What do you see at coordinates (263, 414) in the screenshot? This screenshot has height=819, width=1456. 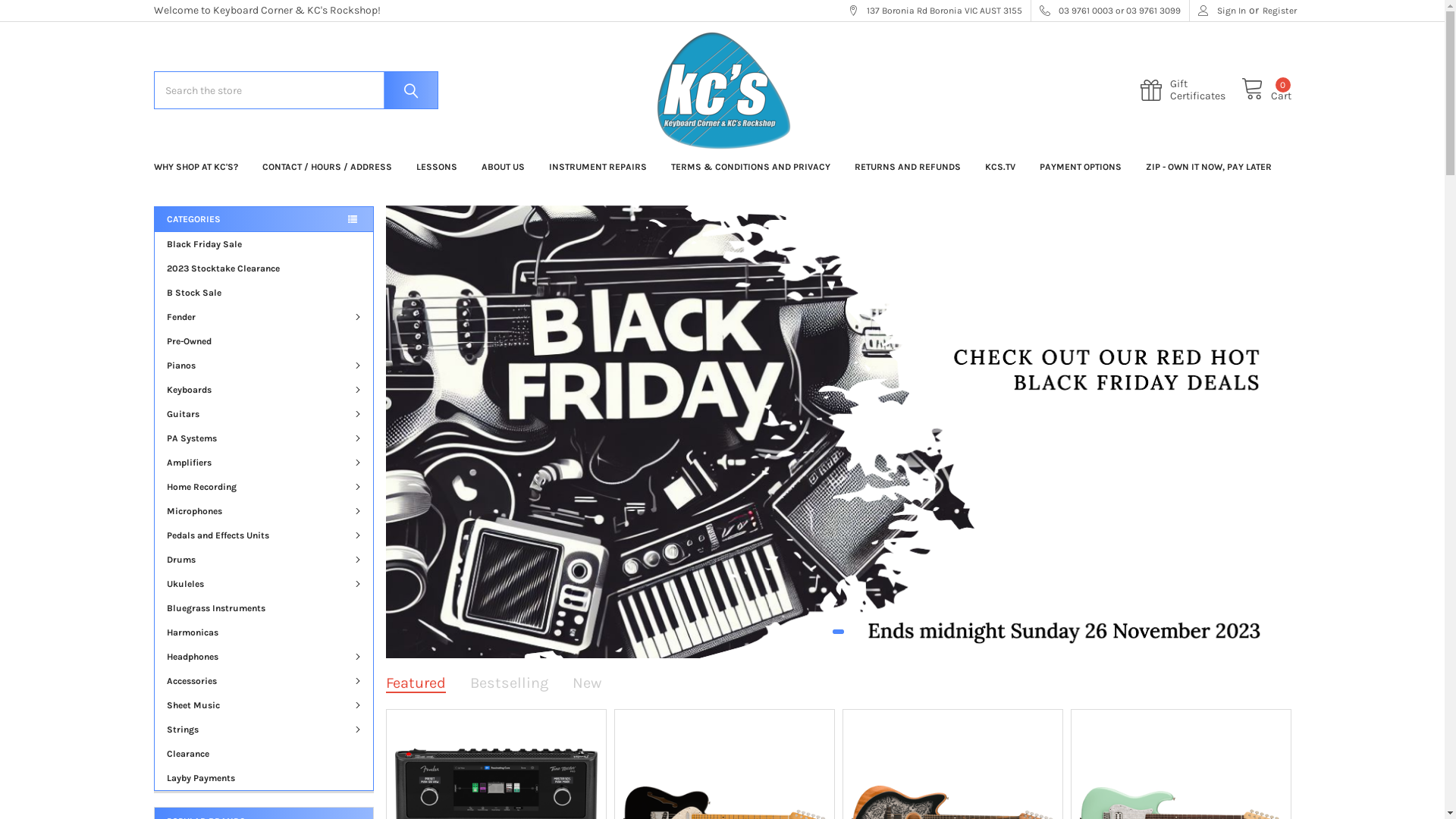 I see `'Guitars'` at bounding box center [263, 414].